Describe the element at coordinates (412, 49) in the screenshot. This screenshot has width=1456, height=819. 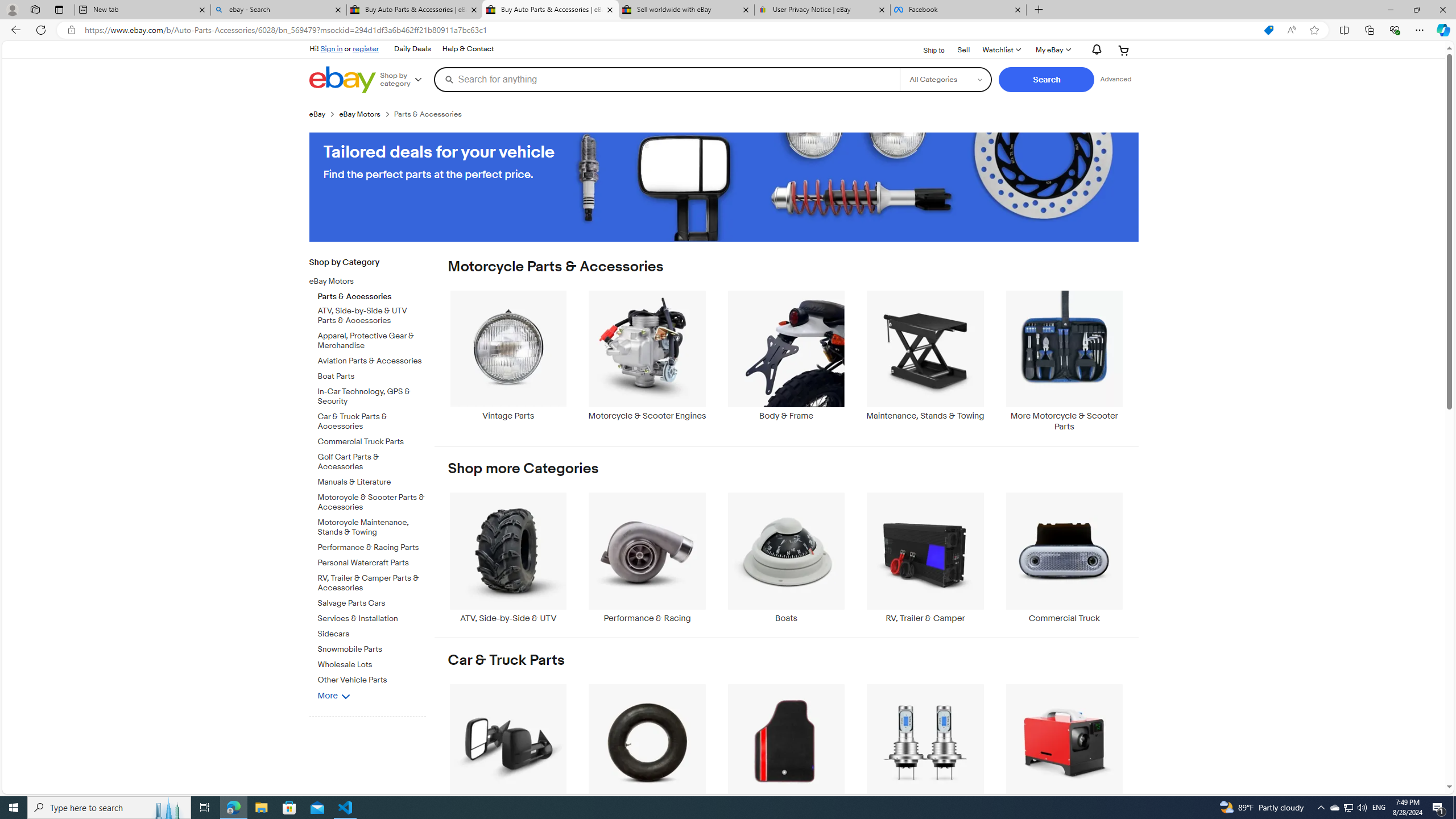
I see `'Daily Deals'` at that location.